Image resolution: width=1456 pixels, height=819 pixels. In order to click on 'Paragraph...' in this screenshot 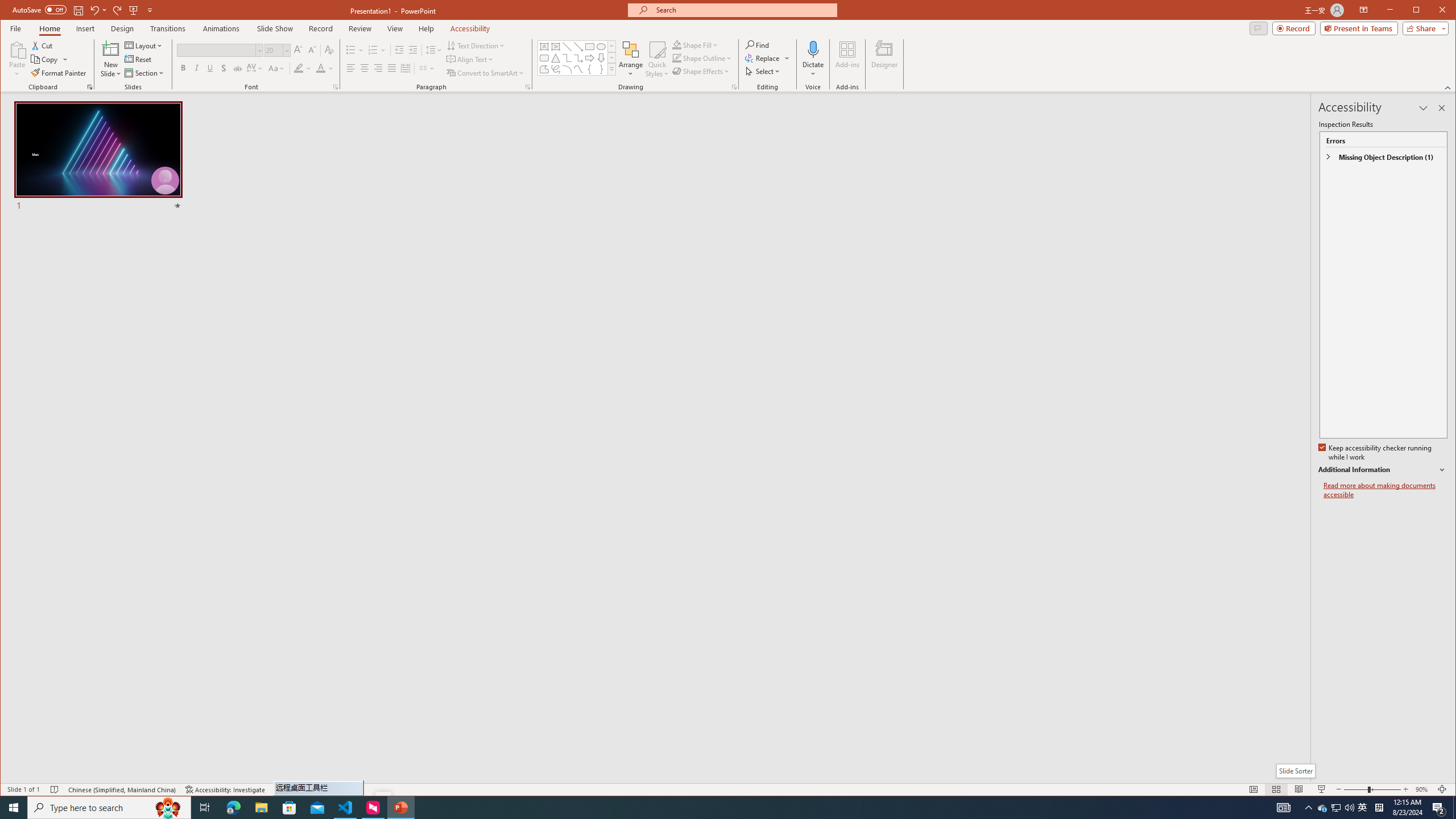, I will do `click(528, 87)`.